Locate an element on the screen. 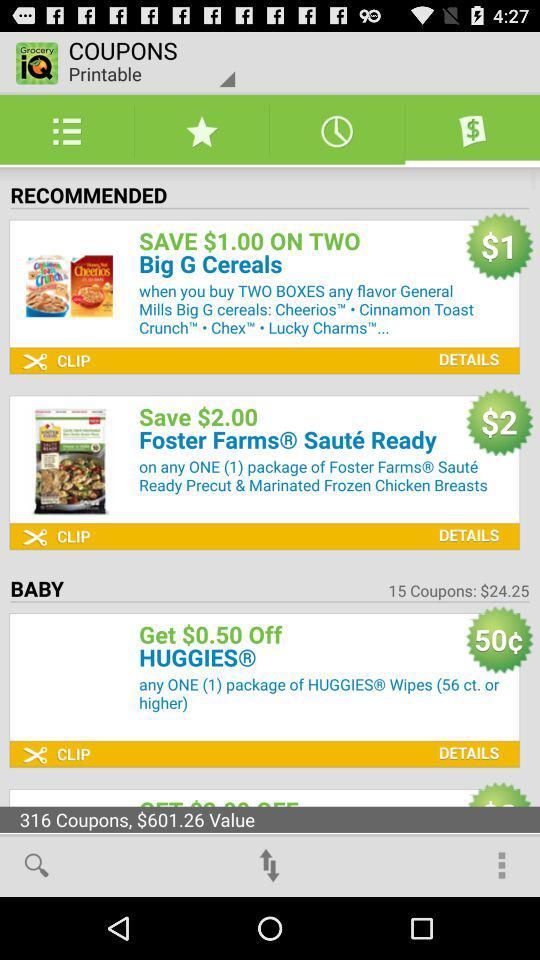  see more details is located at coordinates (464, 518).